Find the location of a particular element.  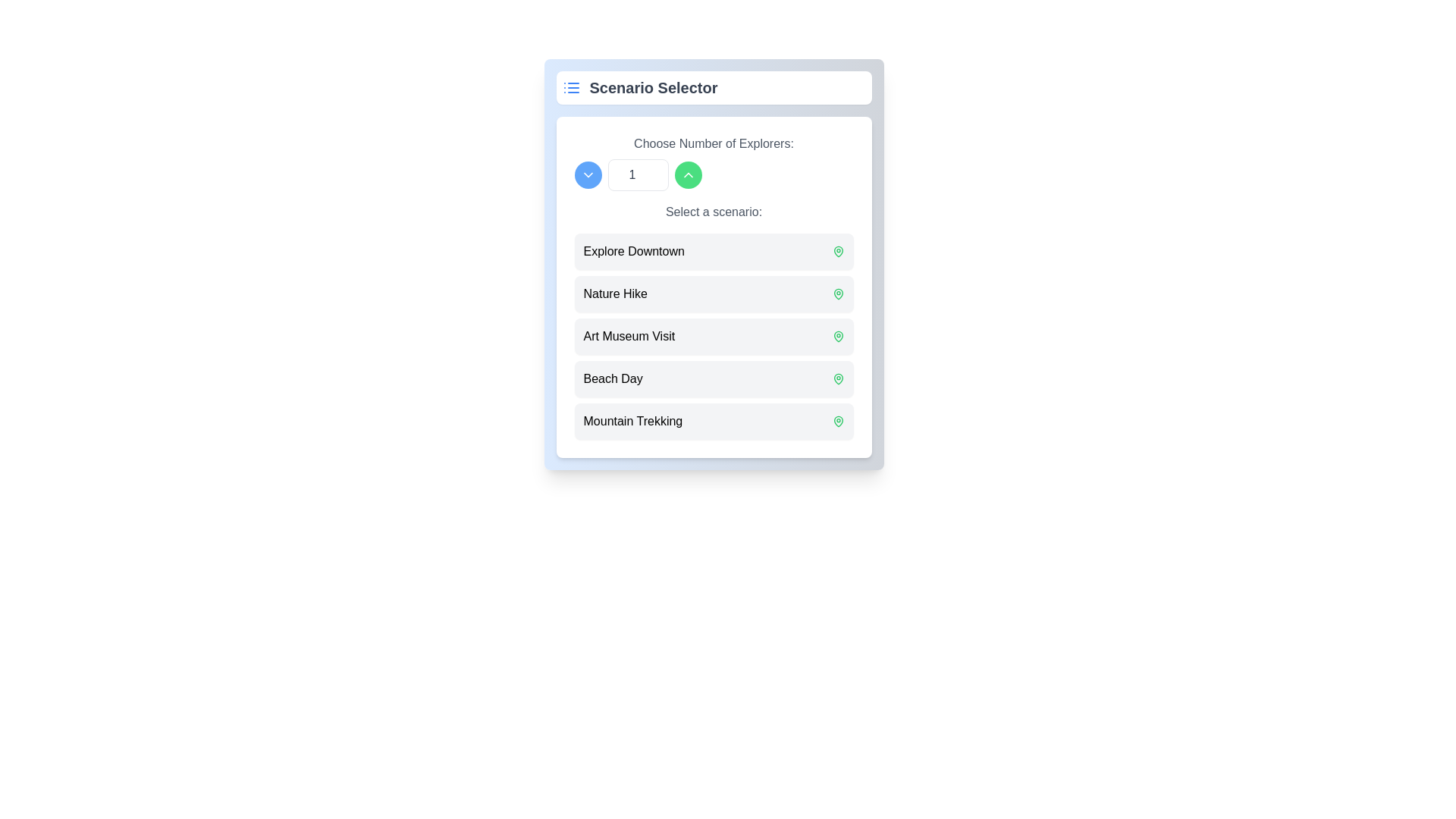

the icon located at the far-right corner of the 'Explore Downtown' row, next to the text label is located at coordinates (837, 250).